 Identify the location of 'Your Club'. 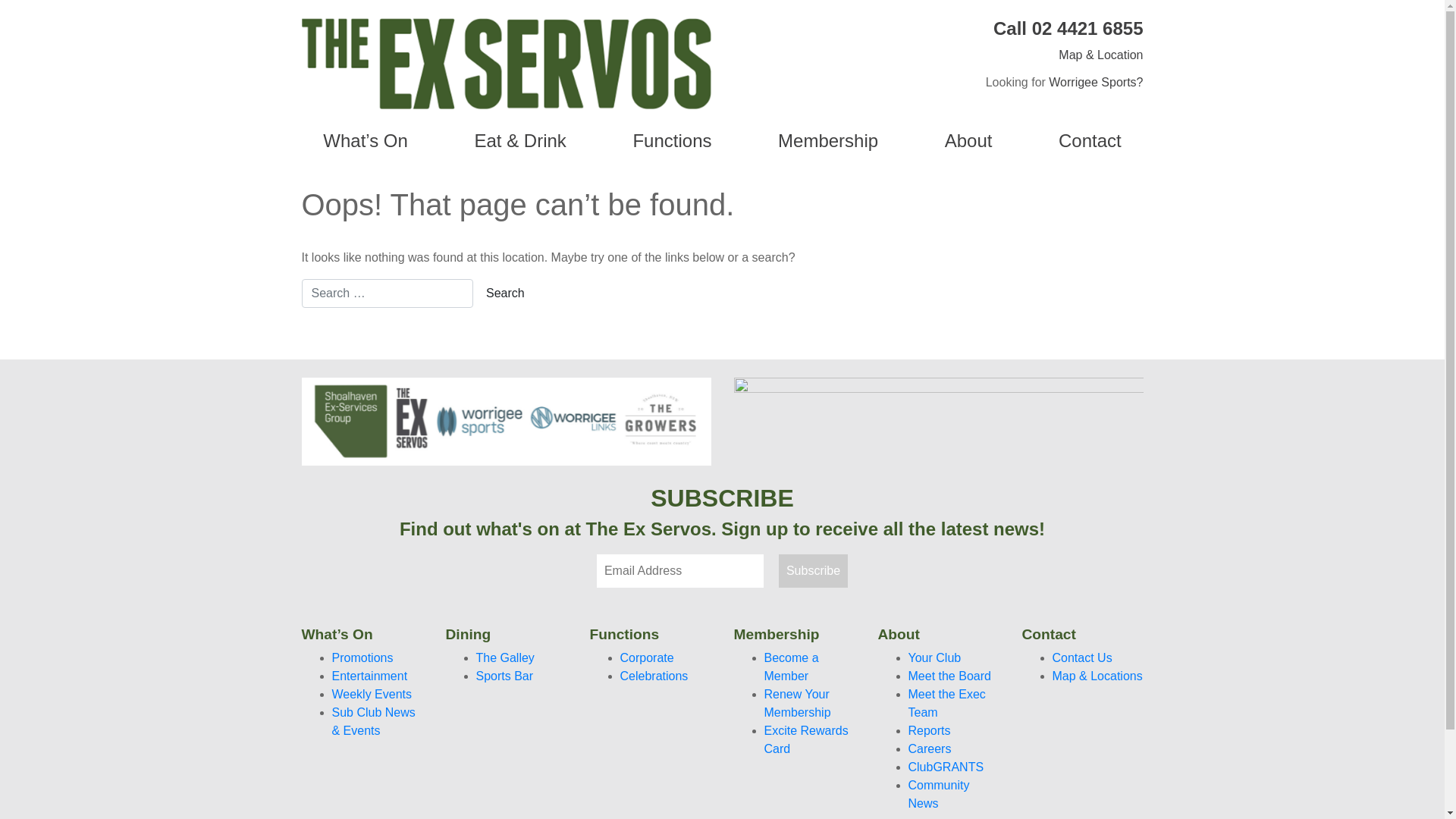
(934, 657).